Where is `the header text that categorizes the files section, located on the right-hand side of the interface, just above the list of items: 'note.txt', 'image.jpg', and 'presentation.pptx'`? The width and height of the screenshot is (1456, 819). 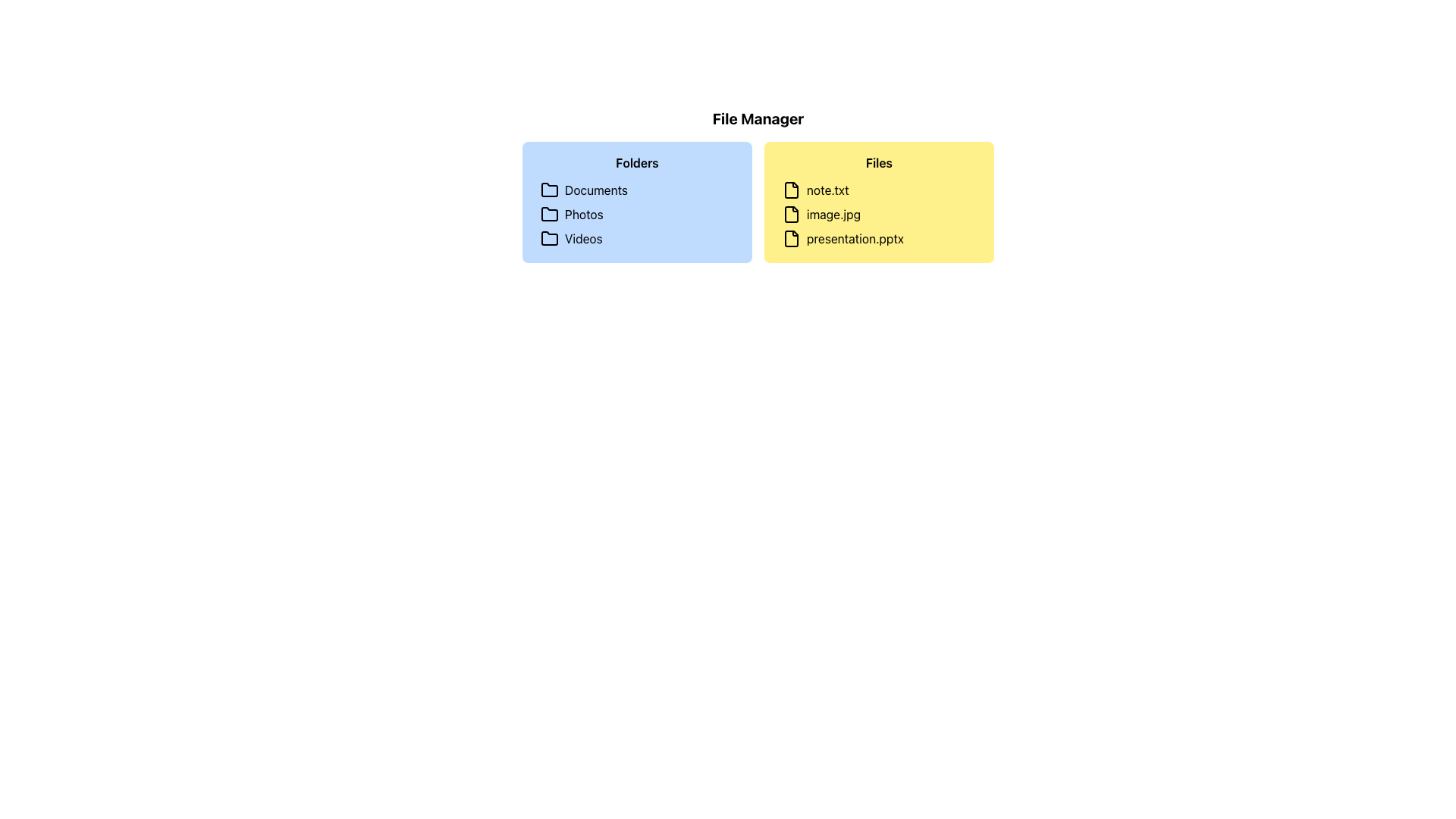 the header text that categorizes the files section, located on the right-hand side of the interface, just above the list of items: 'note.txt', 'image.jpg', and 'presentation.pptx' is located at coordinates (879, 163).